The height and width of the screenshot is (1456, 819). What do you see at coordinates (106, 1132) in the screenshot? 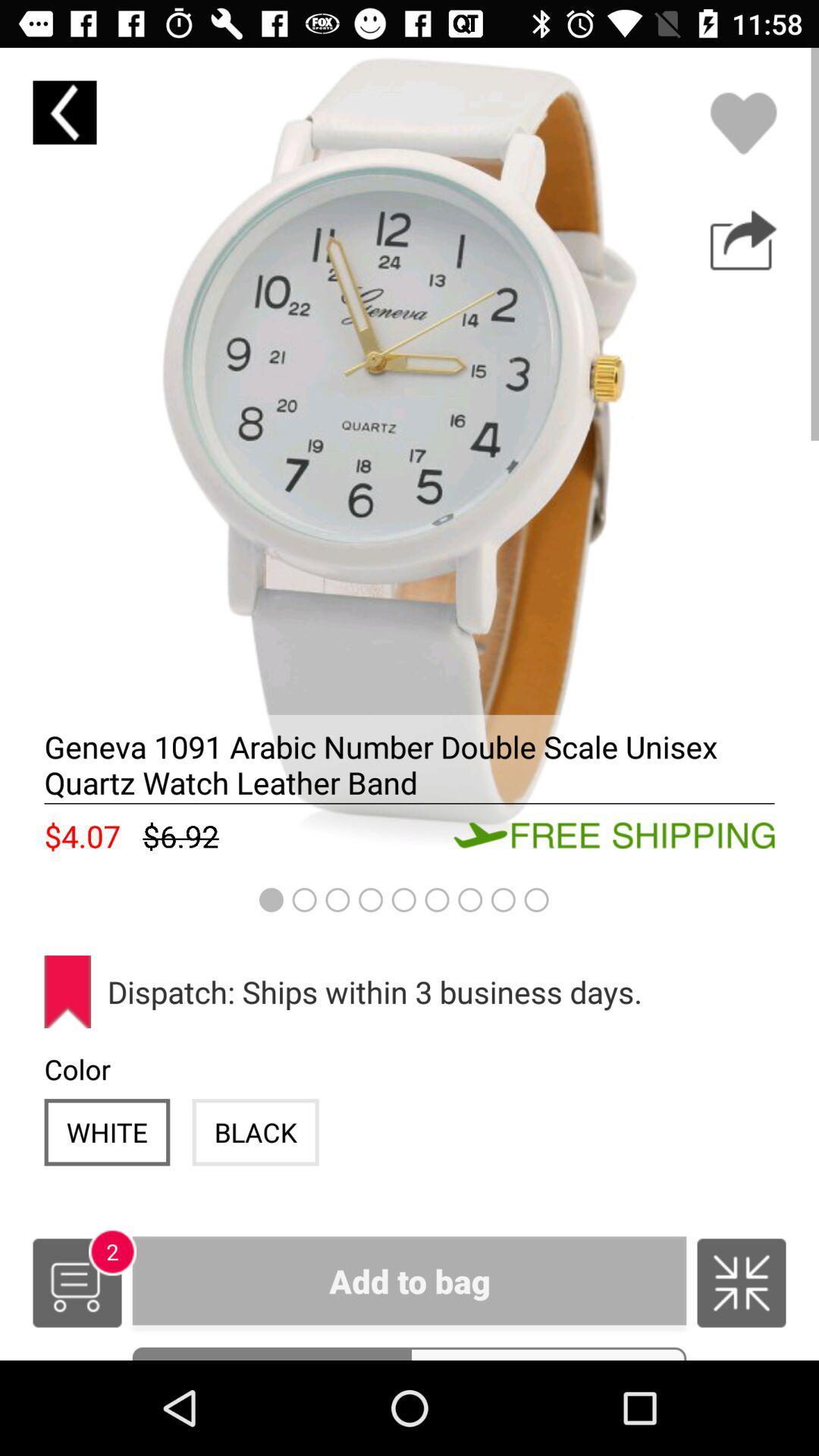
I see `icon next to the black icon` at bounding box center [106, 1132].